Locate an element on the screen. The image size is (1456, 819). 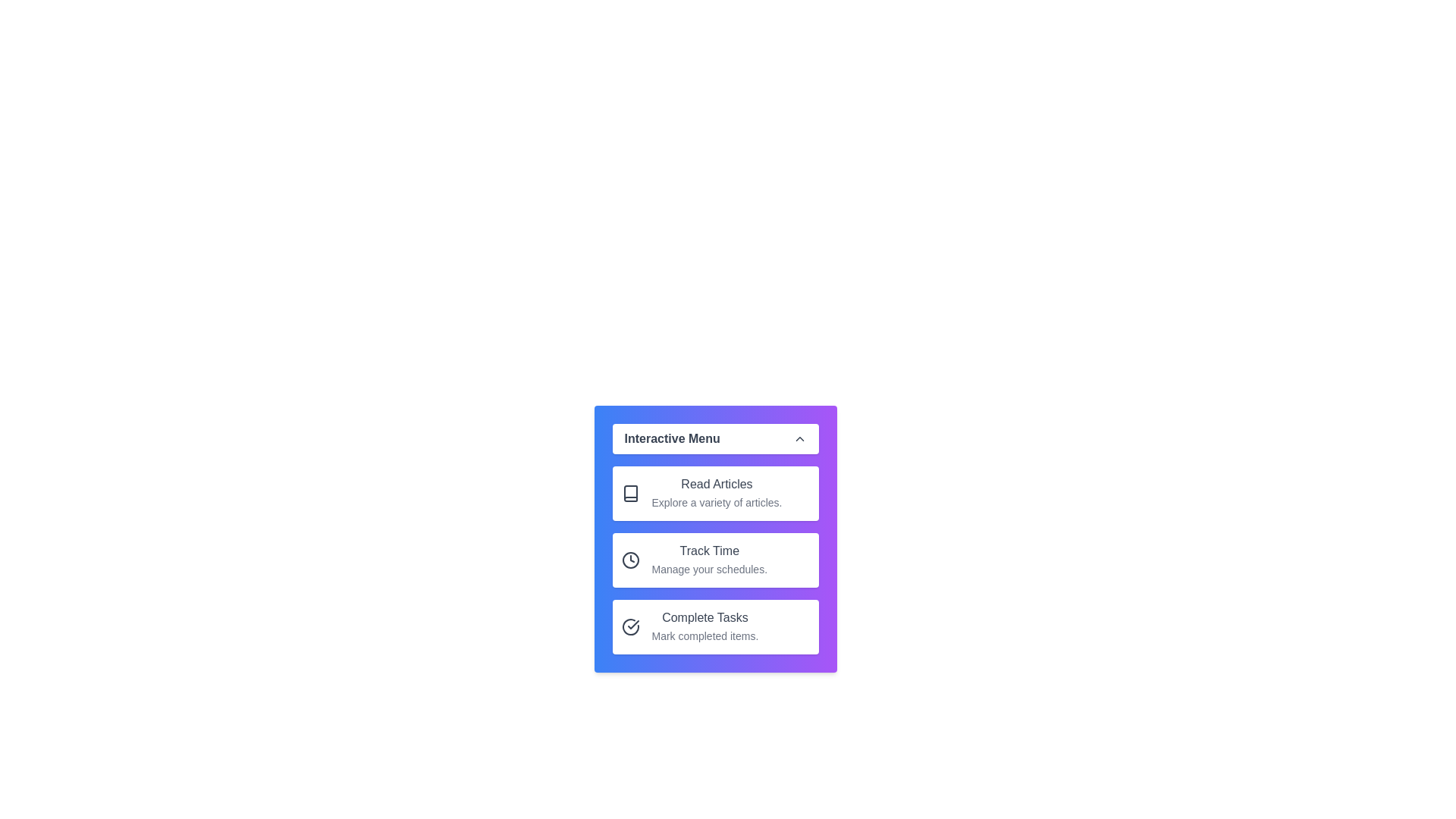
the menu item labeled 'Read Articles' to observe the hover effect is located at coordinates (714, 494).